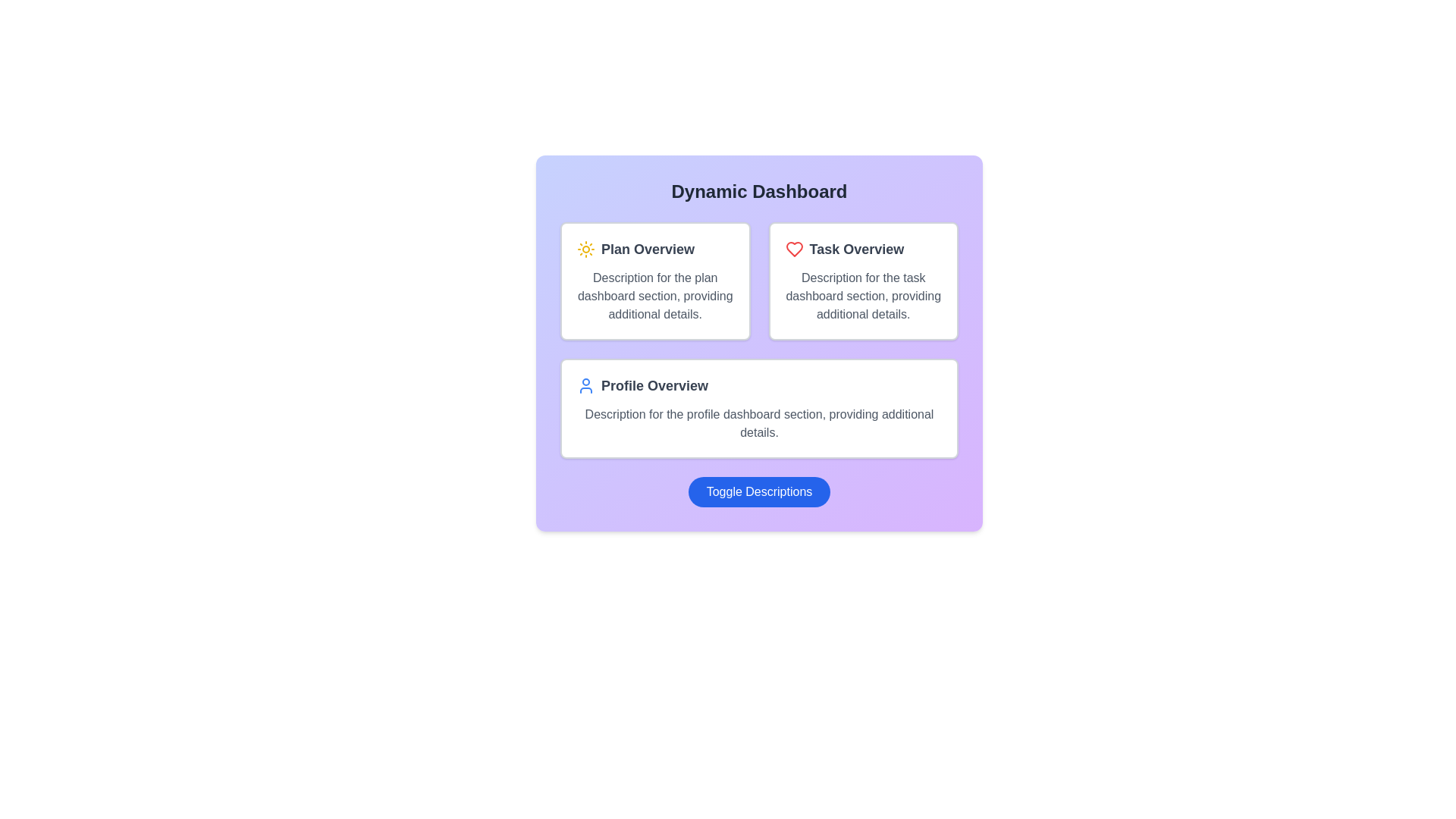 Image resolution: width=1456 pixels, height=819 pixels. What do you see at coordinates (863, 281) in the screenshot?
I see `descriptive text from the Summary card located on the right side of the upper row in the dashboard interface, positioned between 'Plan Overview' and 'Profile Overview'` at bounding box center [863, 281].